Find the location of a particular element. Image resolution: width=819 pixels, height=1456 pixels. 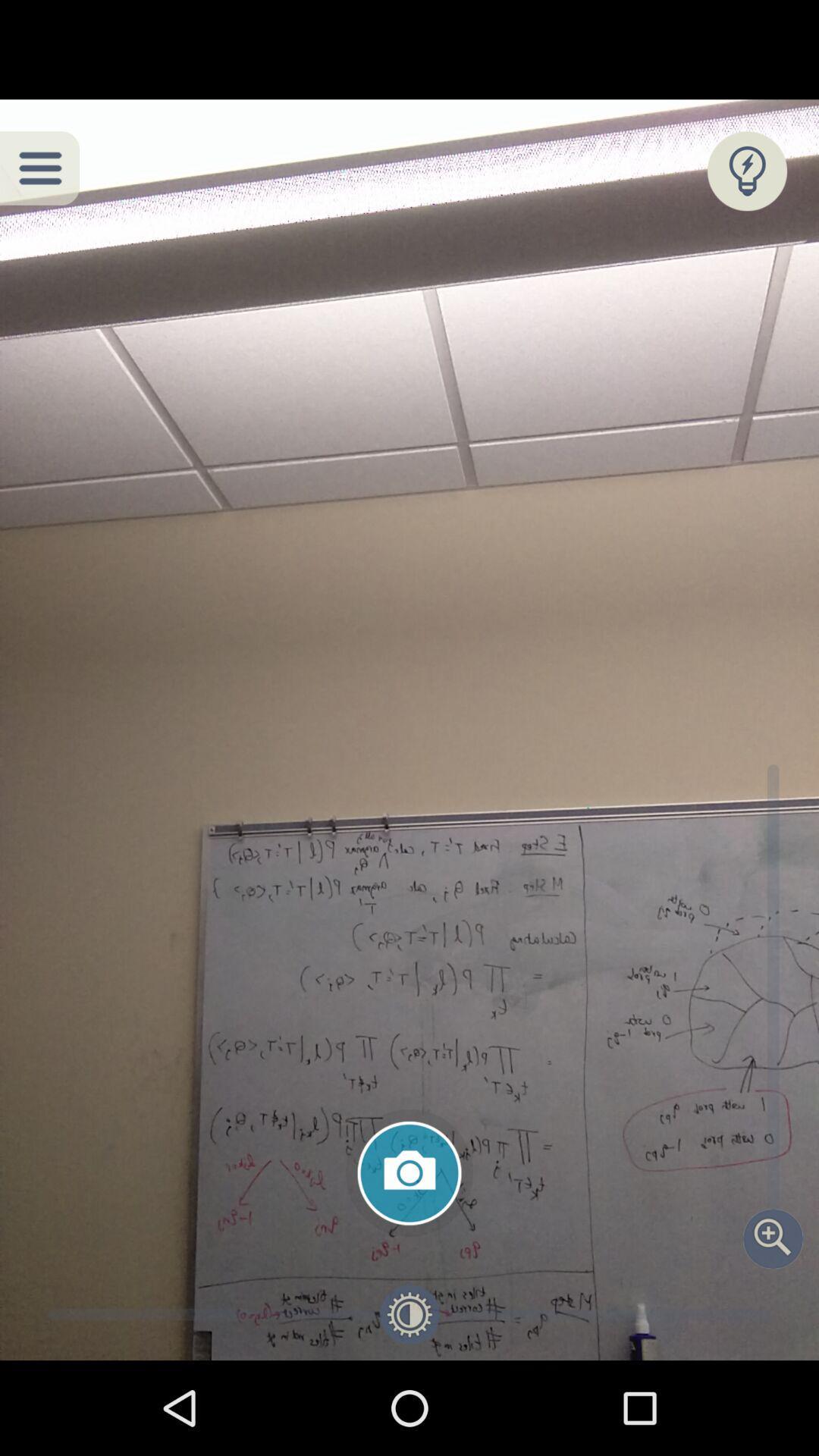

open options menu is located at coordinates (39, 168).